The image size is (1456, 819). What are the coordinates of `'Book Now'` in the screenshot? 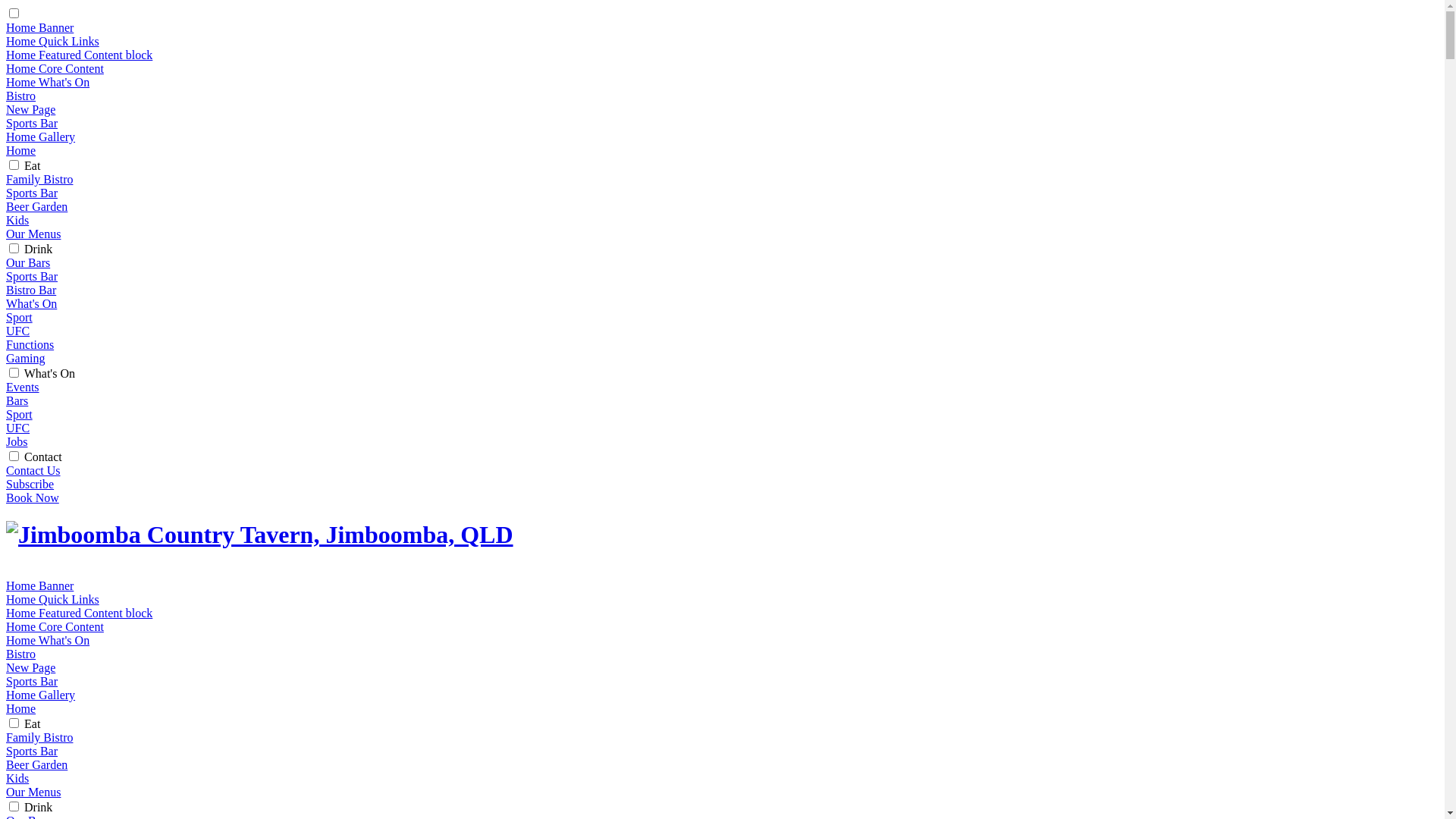 It's located at (33, 497).